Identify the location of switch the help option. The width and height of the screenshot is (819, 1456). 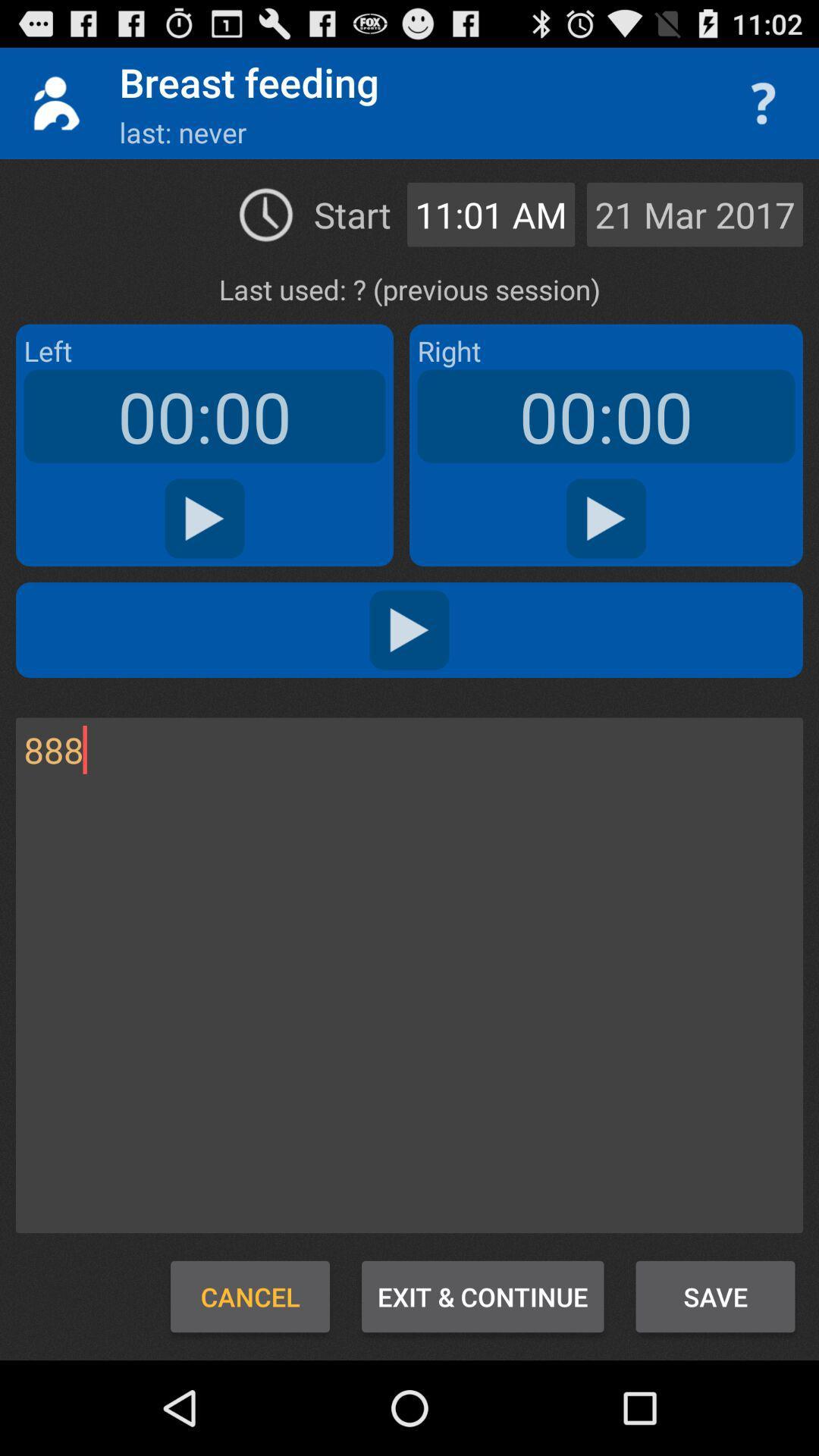
(763, 102).